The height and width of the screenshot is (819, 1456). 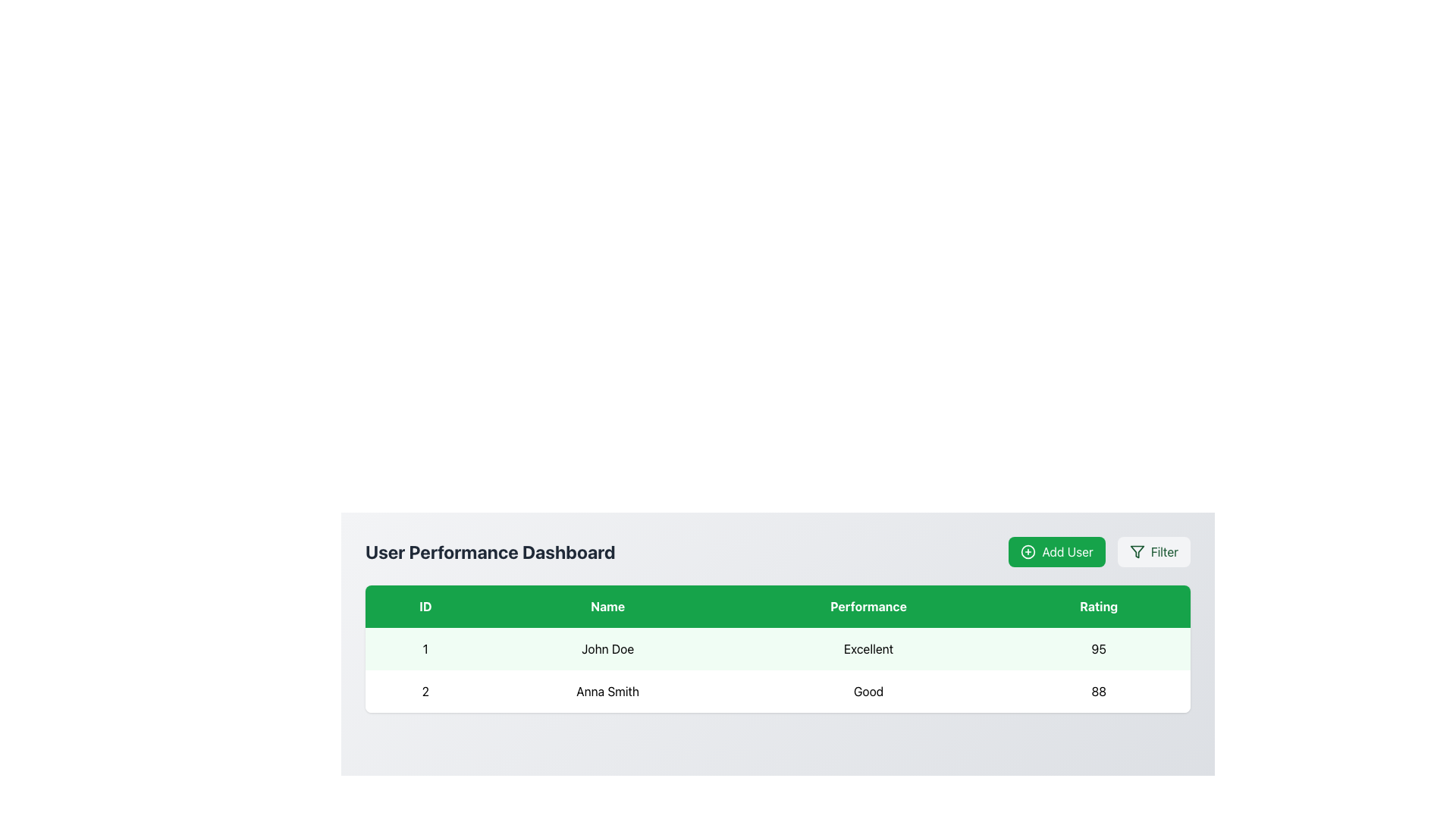 What do you see at coordinates (490, 552) in the screenshot?
I see `the 'User Performance Dashboard' text label, which is prominently displayed in bold, dark gray font above the data table and to the left of the 'Add User' and 'Filter' buttons` at bounding box center [490, 552].